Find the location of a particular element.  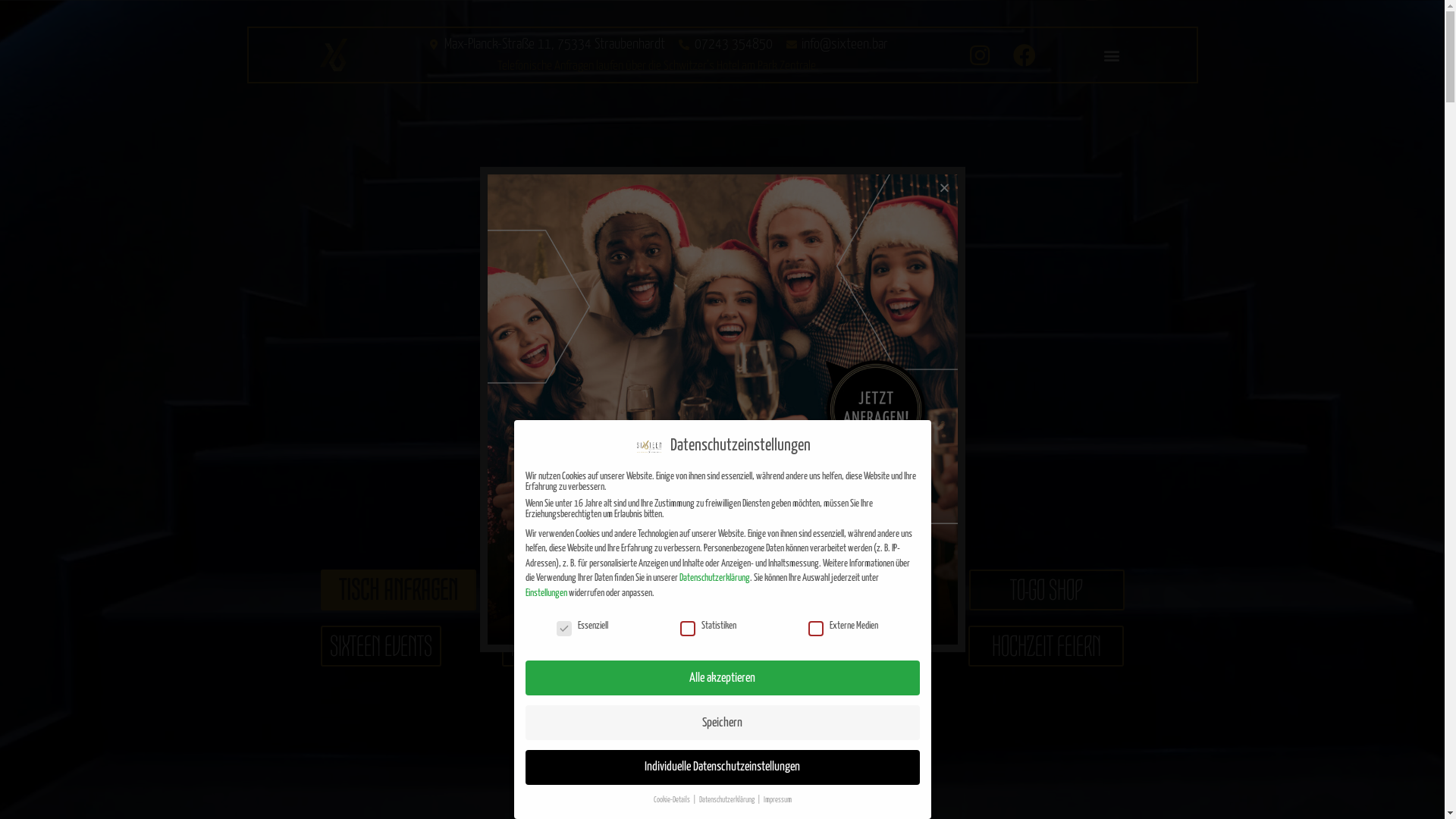

'SPEISEKARTE' is located at coordinates (614, 589).